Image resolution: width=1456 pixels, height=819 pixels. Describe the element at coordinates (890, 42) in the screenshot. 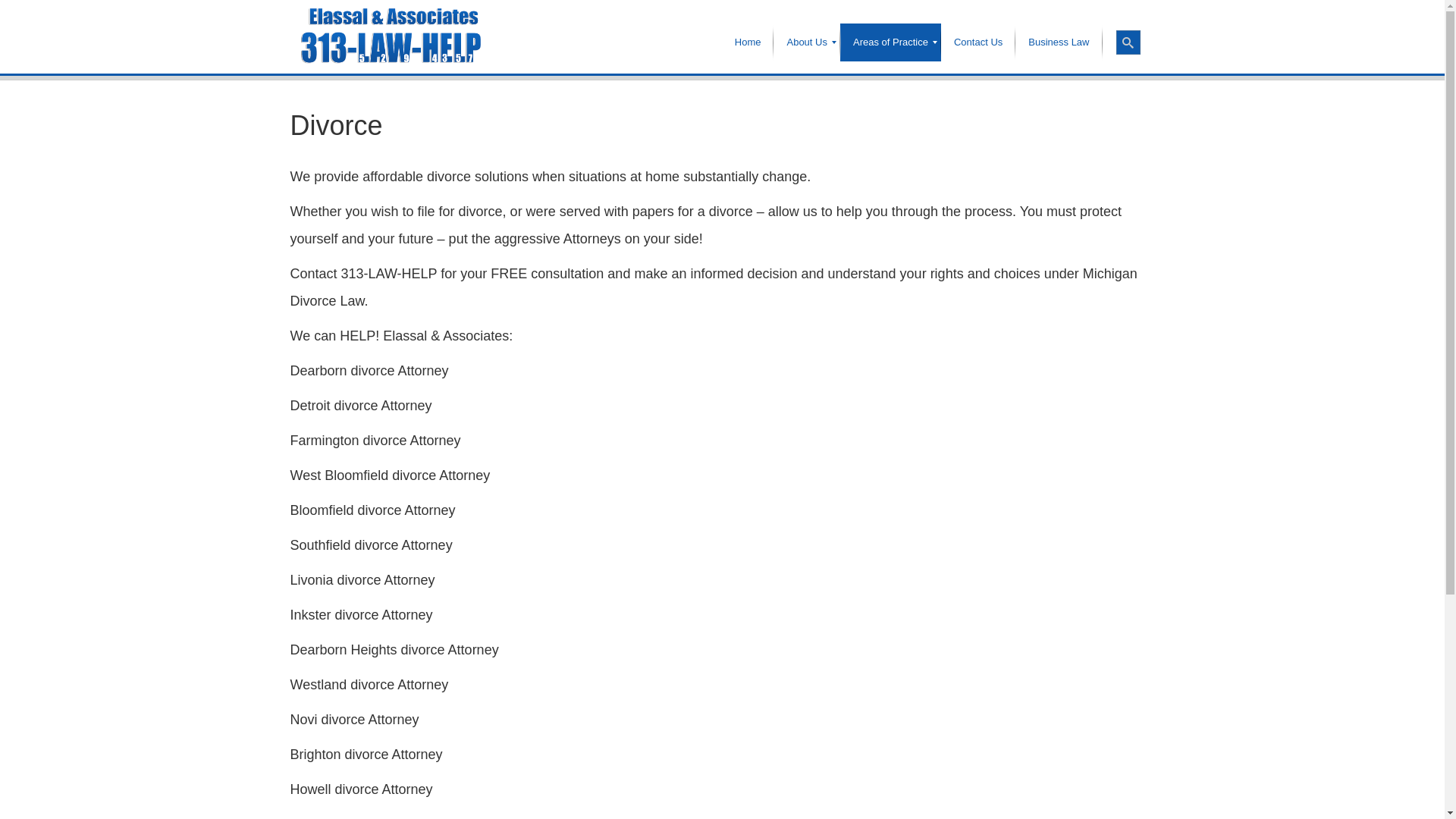

I see `'Areas of Practice'` at that location.